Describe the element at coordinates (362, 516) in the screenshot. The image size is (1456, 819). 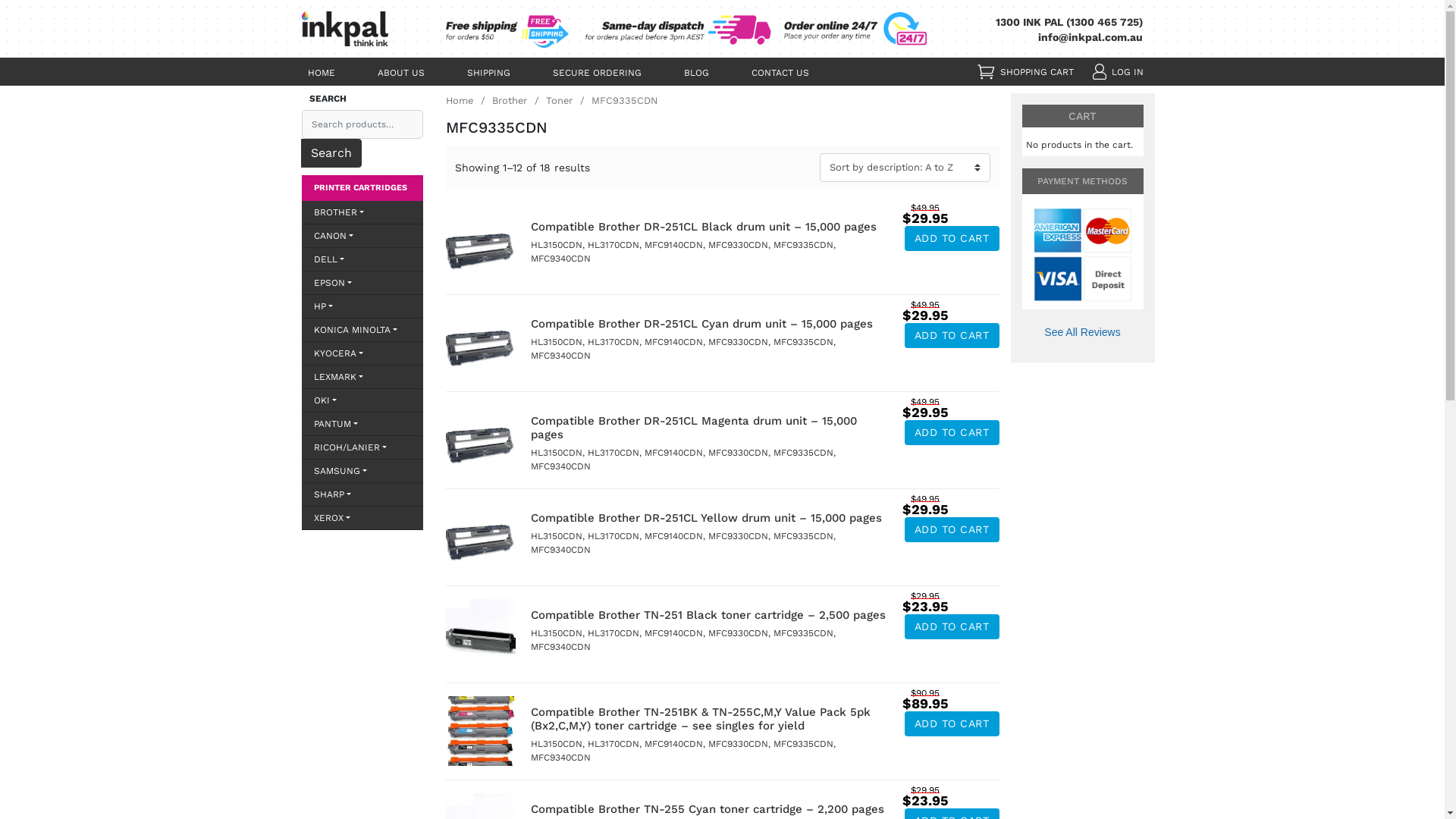
I see `'XEROX'` at that location.